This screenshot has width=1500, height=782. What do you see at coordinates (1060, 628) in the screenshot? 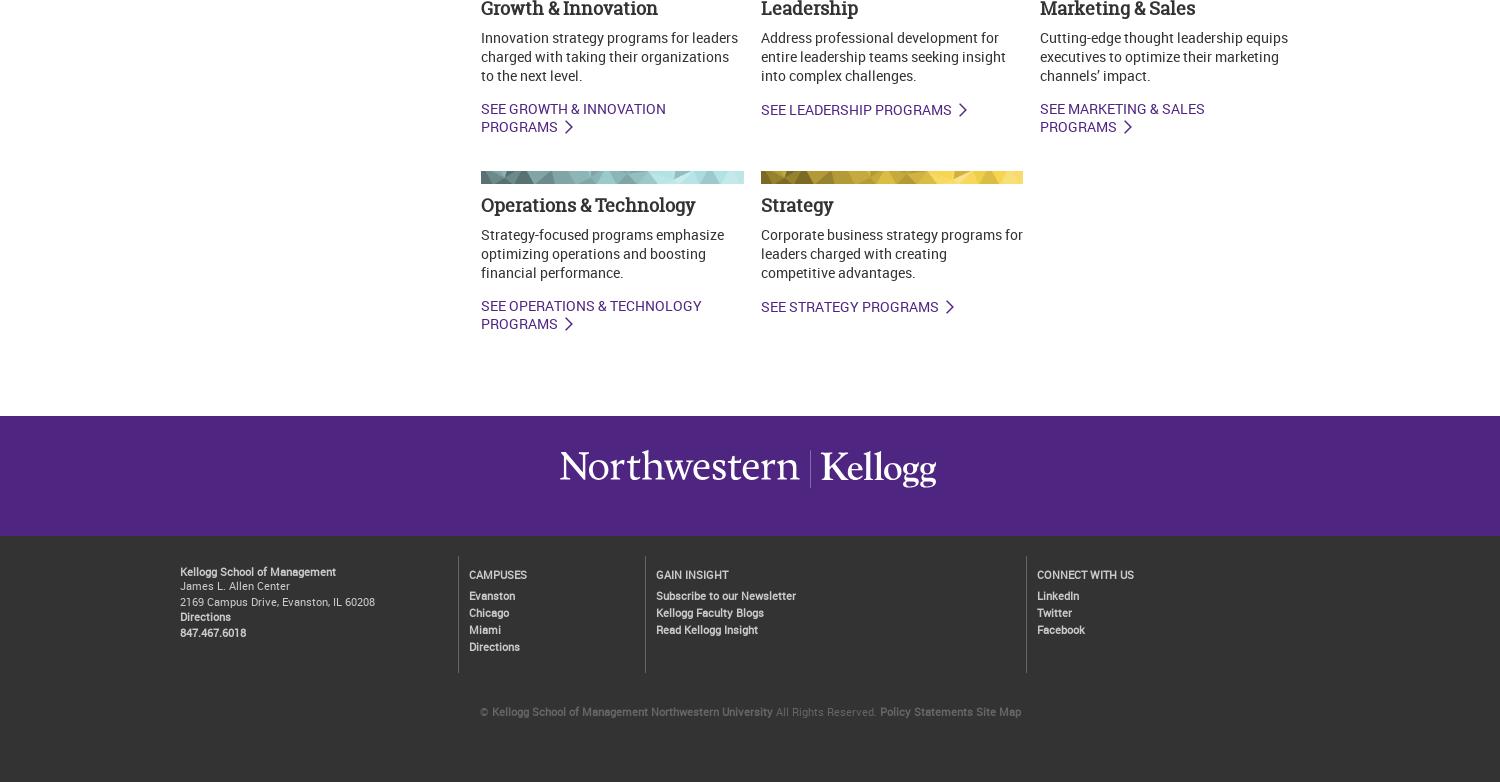
I see `'Facebook'` at bounding box center [1060, 628].